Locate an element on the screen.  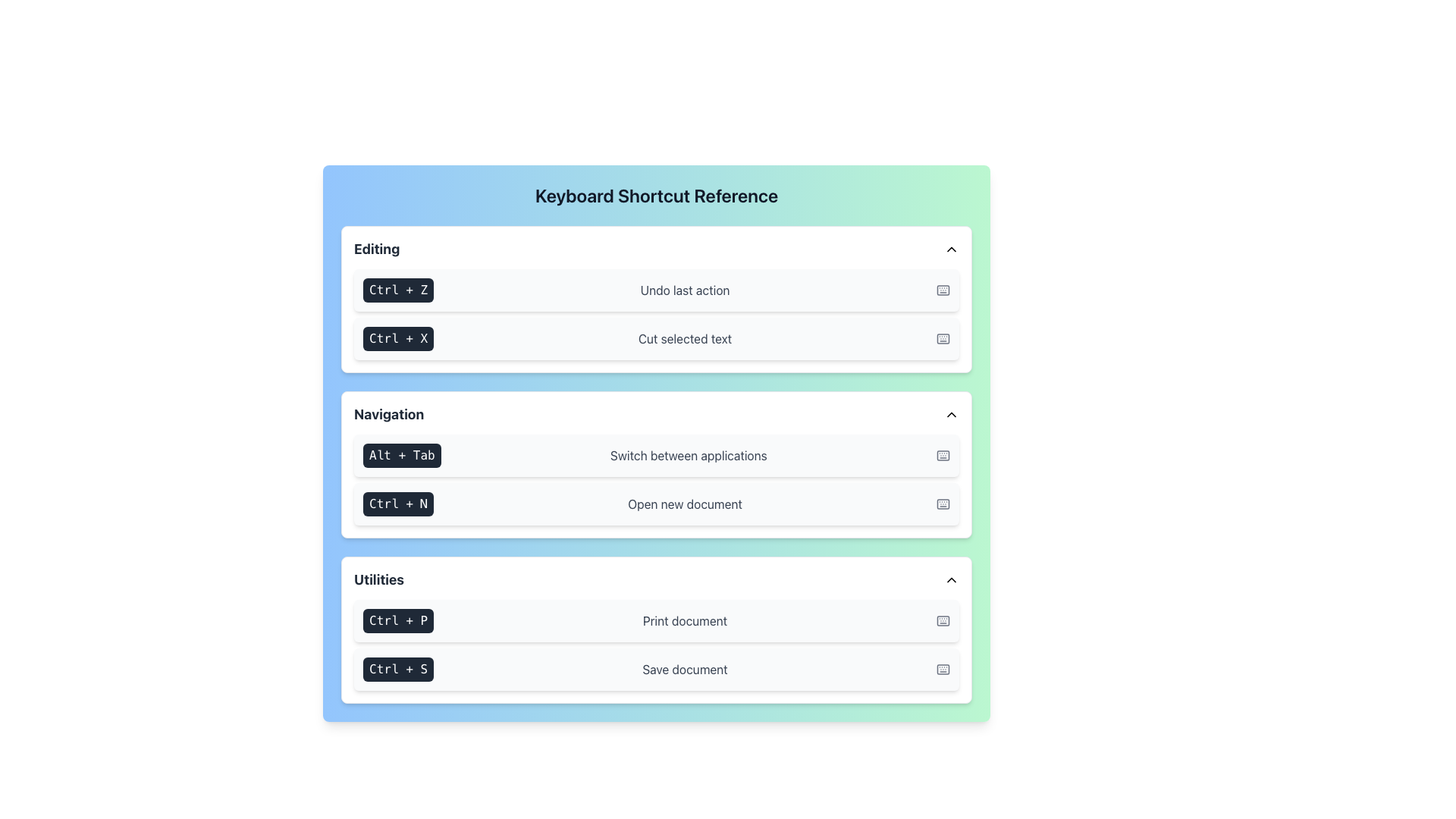
keyboard shortcut description from the first row item under the 'Utilities' section, which contains the dark button with white text 'Ctrl + P', grey text 'Print document', and a small keyboard icon is located at coordinates (656, 620).